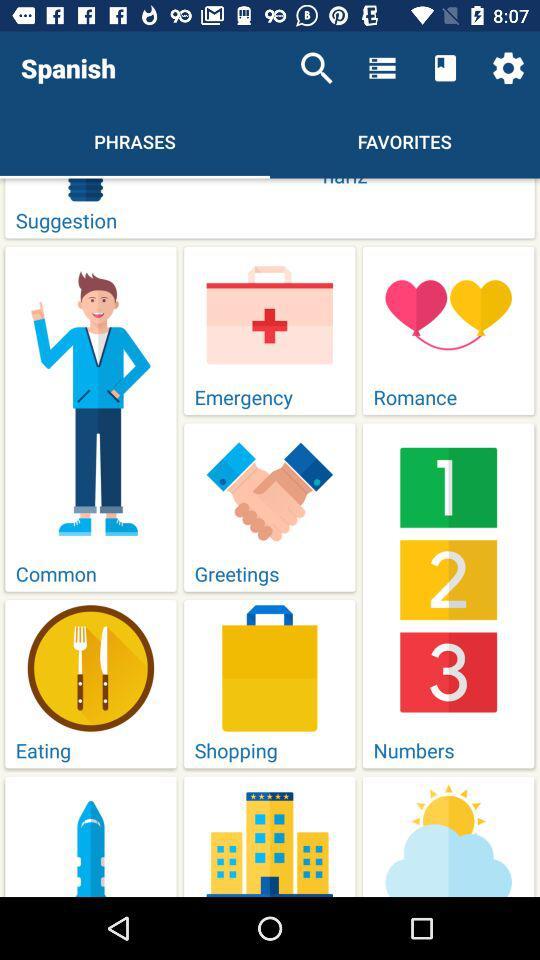  I want to click on icon to the right of spanish item, so click(316, 68).